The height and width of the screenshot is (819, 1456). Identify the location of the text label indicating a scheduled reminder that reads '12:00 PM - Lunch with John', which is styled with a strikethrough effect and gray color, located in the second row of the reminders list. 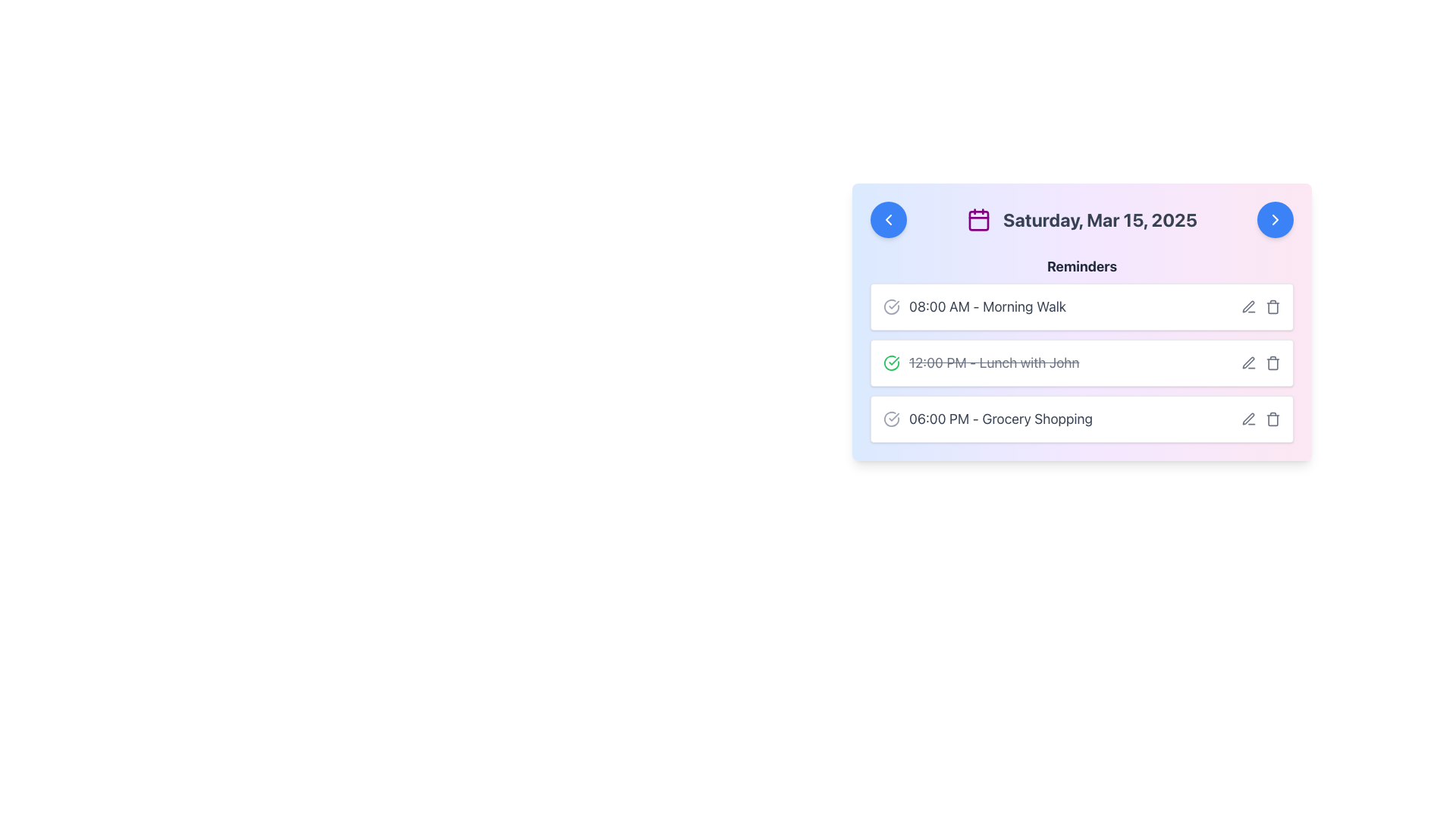
(994, 362).